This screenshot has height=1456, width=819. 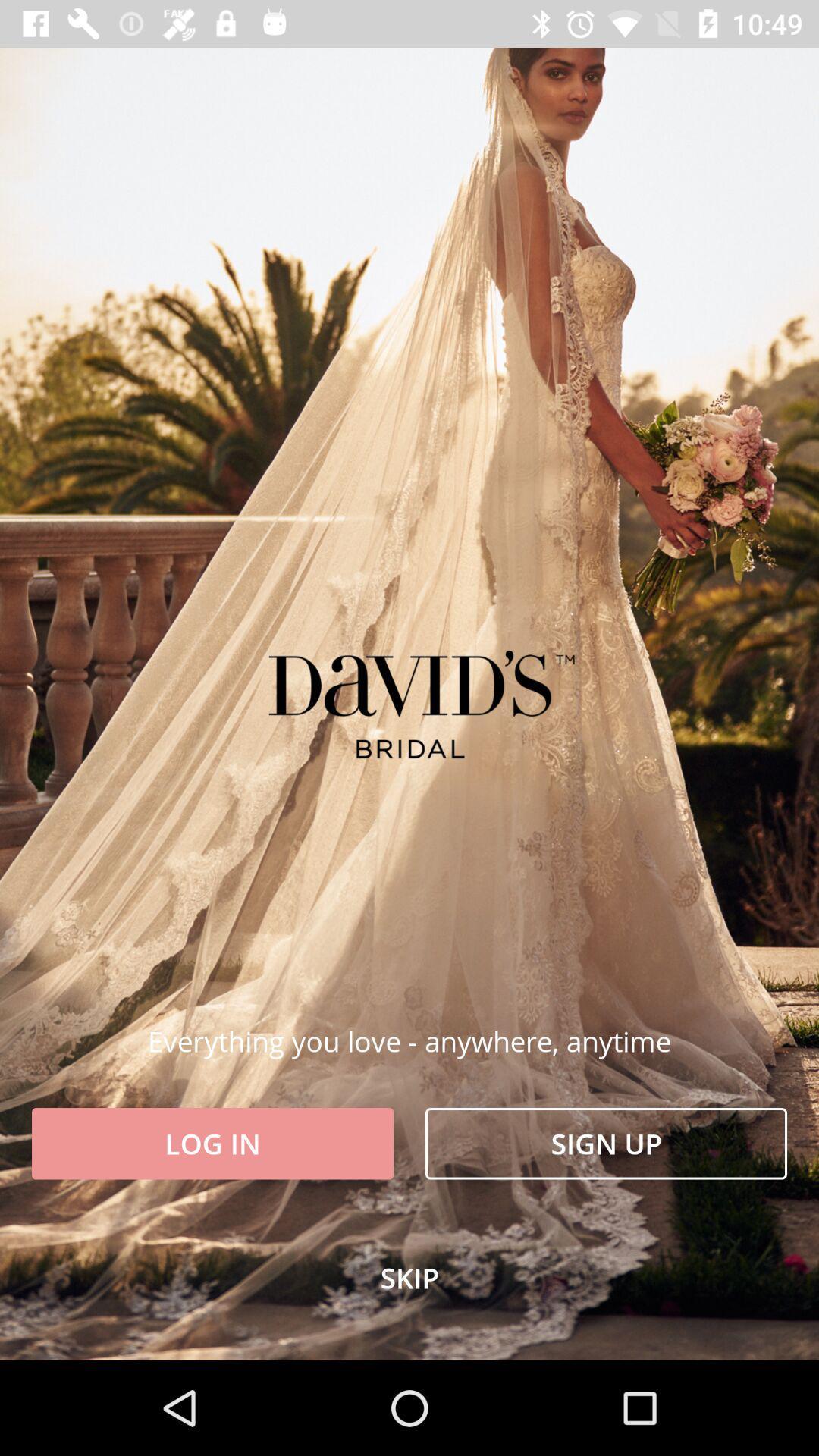 What do you see at coordinates (605, 1144) in the screenshot?
I see `the icon above skip icon` at bounding box center [605, 1144].